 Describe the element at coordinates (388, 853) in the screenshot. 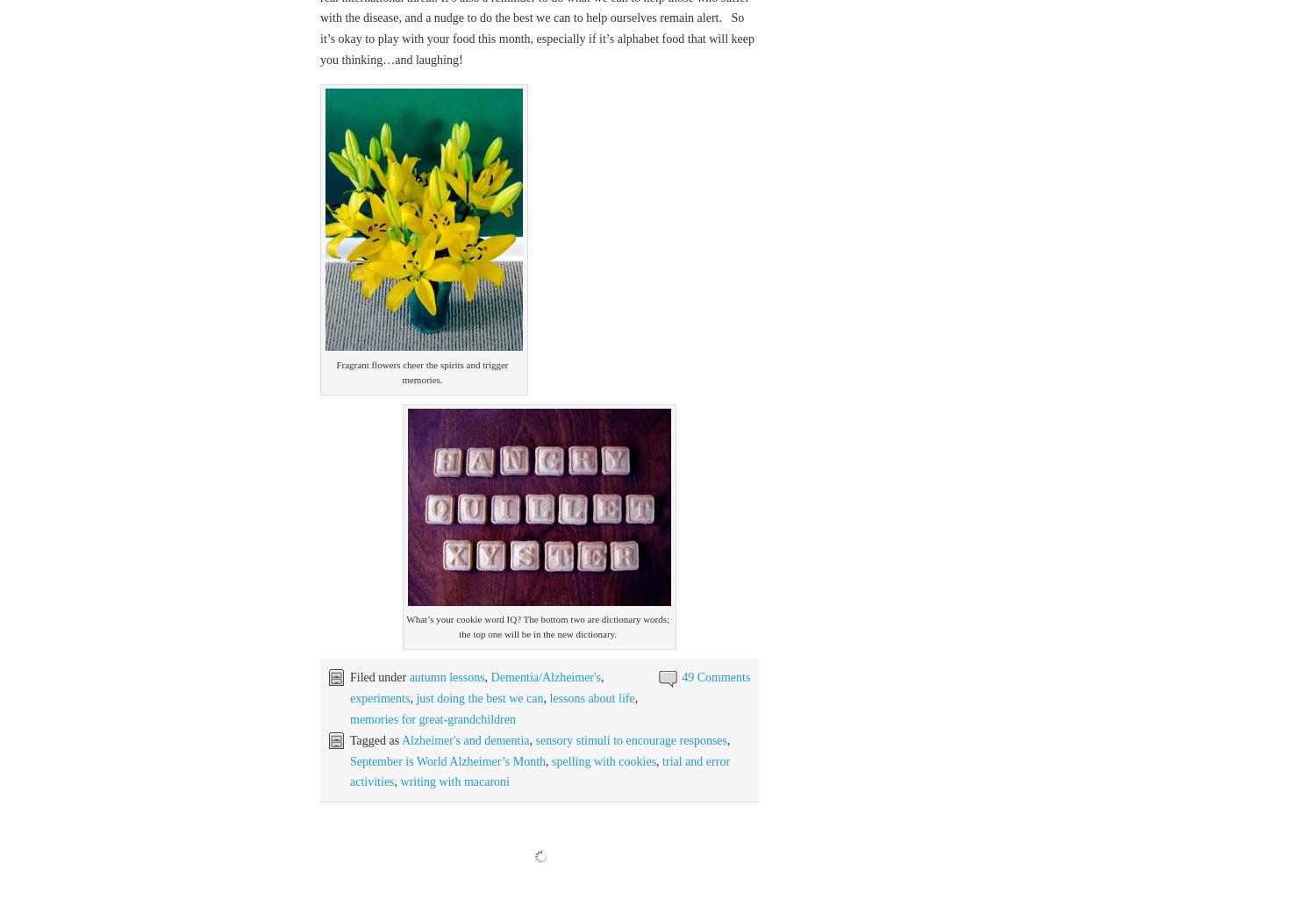

I see `'November 1, 2014 · 5:23 am'` at that location.